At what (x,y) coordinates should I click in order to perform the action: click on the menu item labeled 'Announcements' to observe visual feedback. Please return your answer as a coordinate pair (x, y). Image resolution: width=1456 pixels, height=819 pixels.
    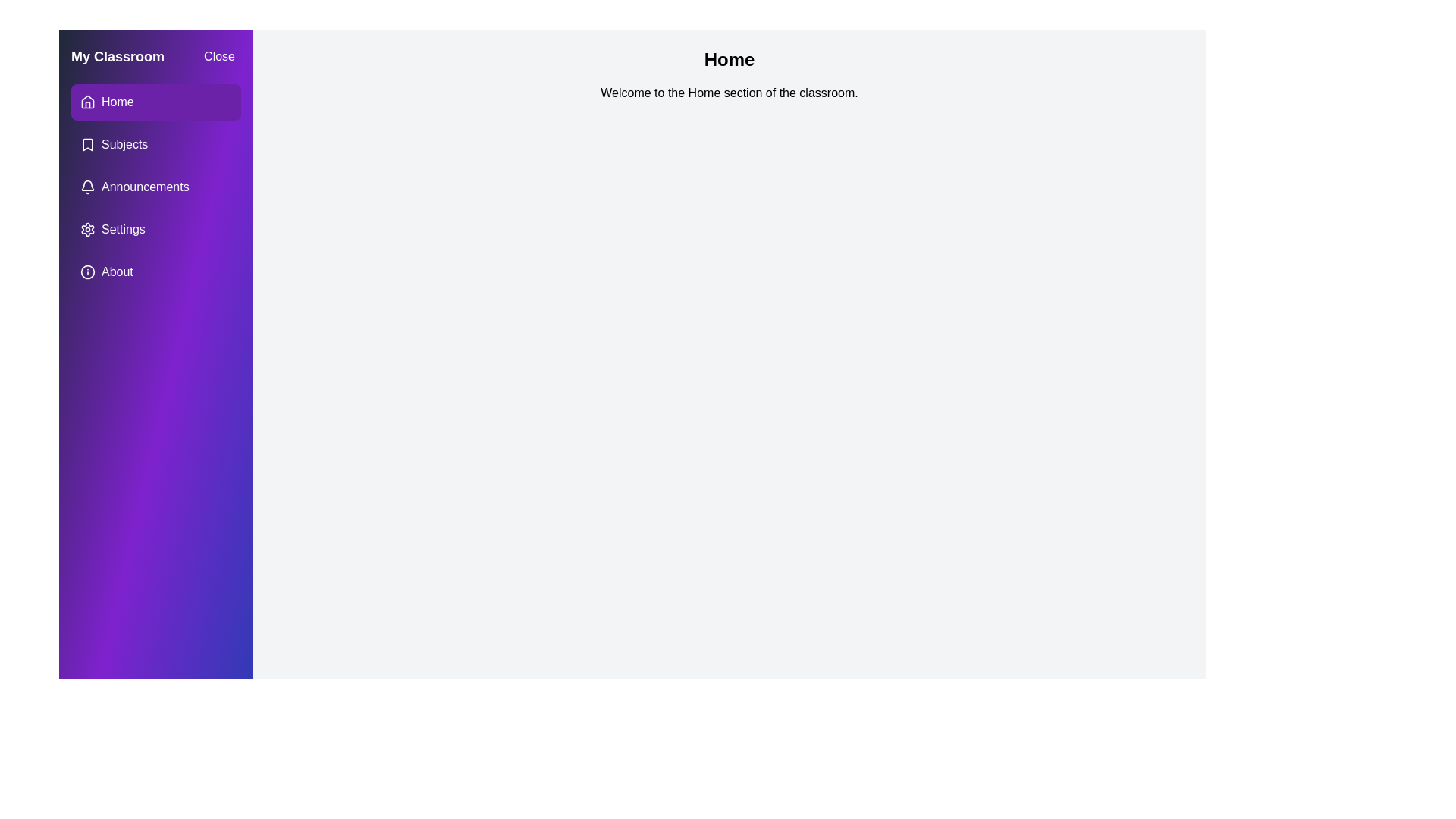
    Looking at the image, I should click on (156, 186).